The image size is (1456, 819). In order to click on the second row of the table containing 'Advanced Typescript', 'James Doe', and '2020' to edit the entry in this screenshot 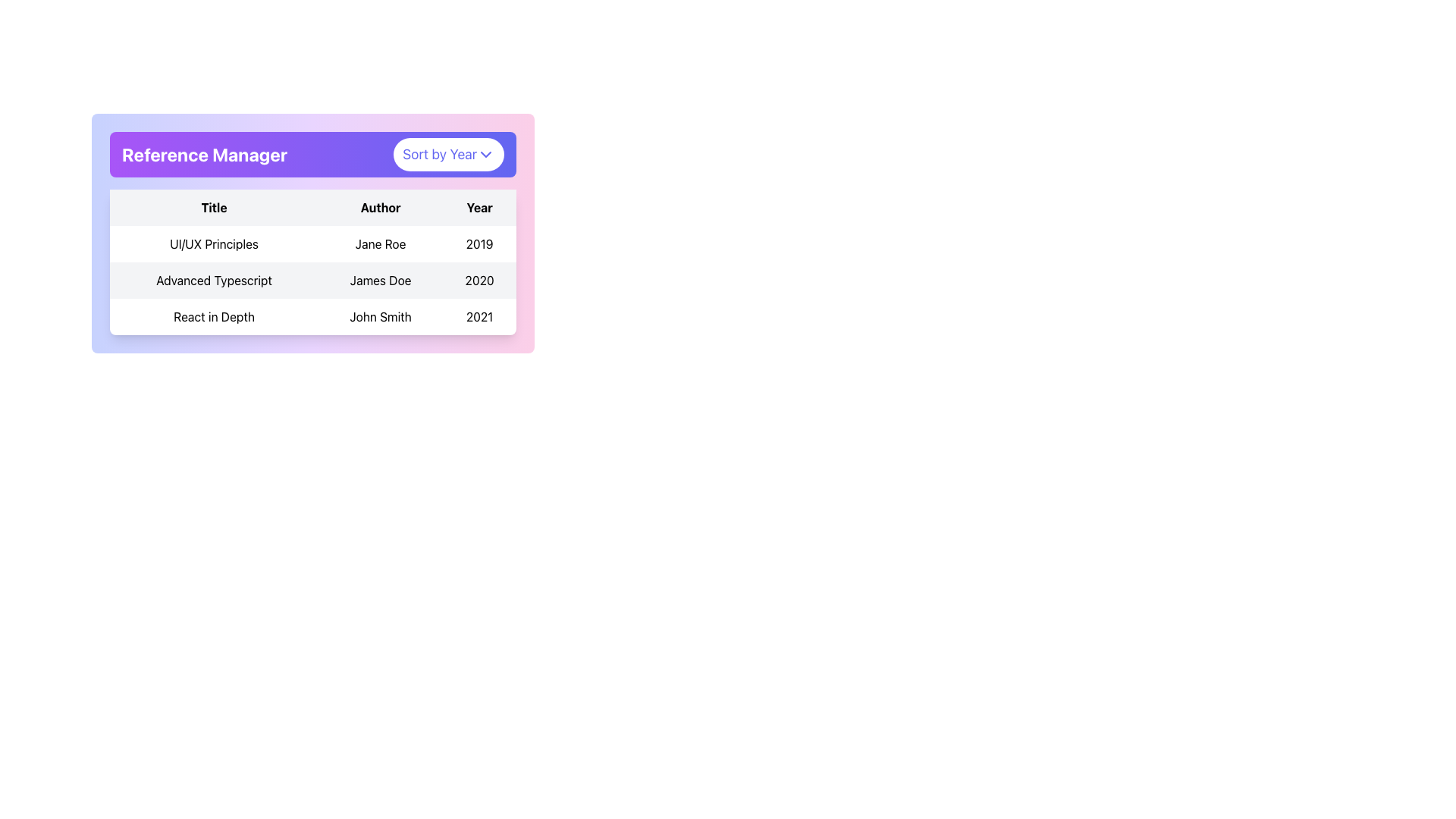, I will do `click(312, 281)`.